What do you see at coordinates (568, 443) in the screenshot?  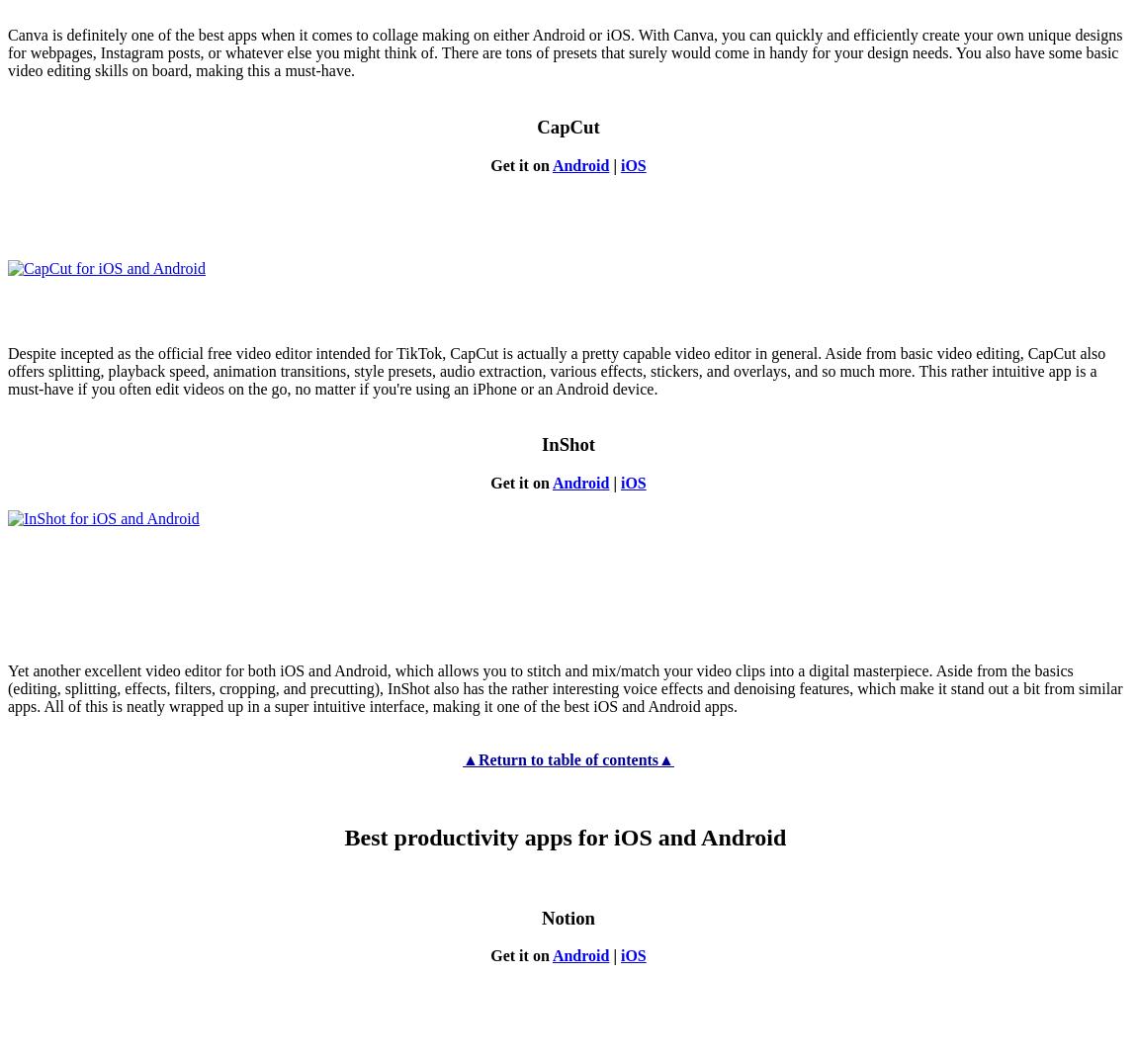 I see `'InShot'` at bounding box center [568, 443].